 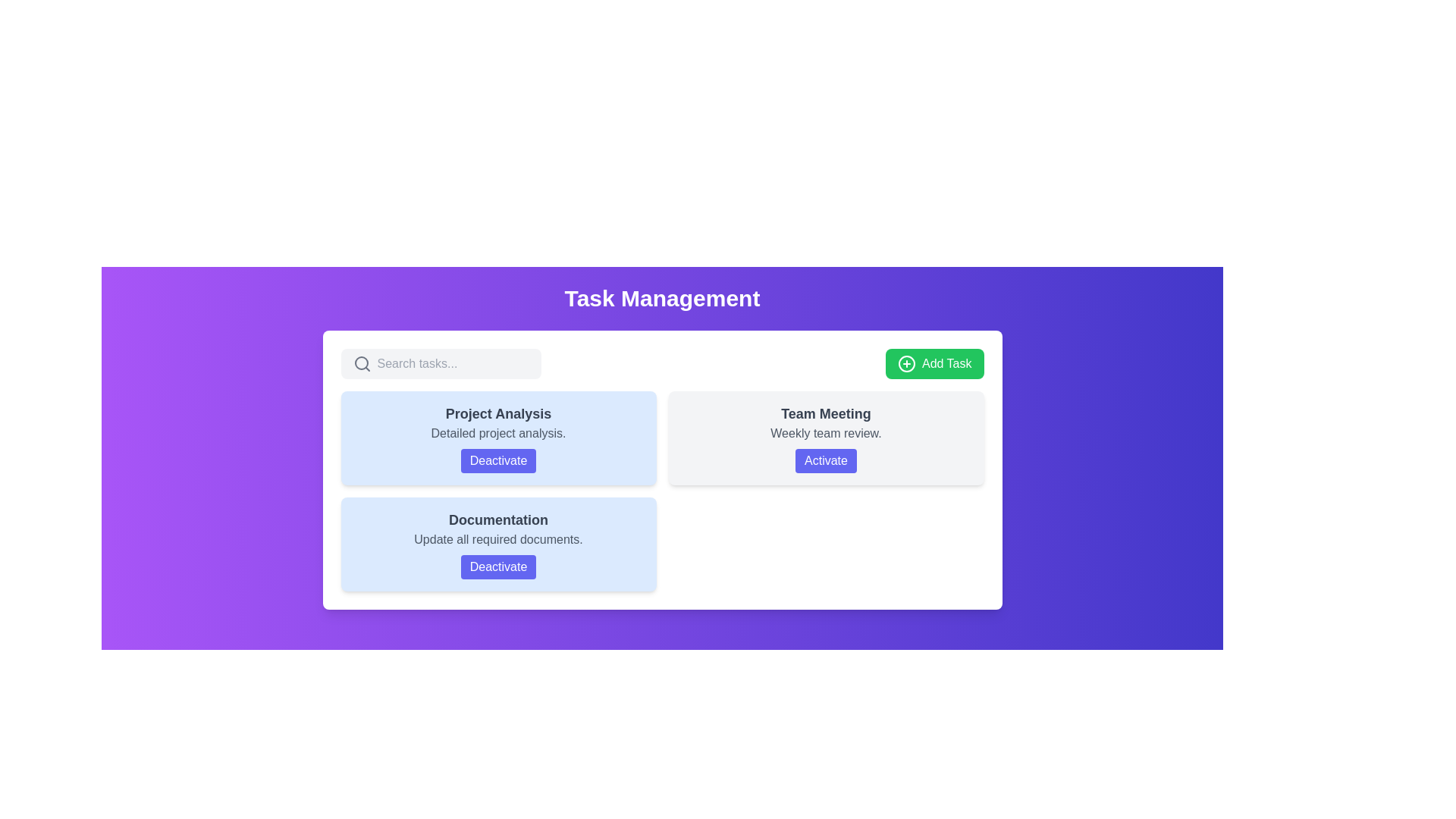 I want to click on the button located in the top right corner of the interactive area to trigger hover effects, so click(x=934, y=363).